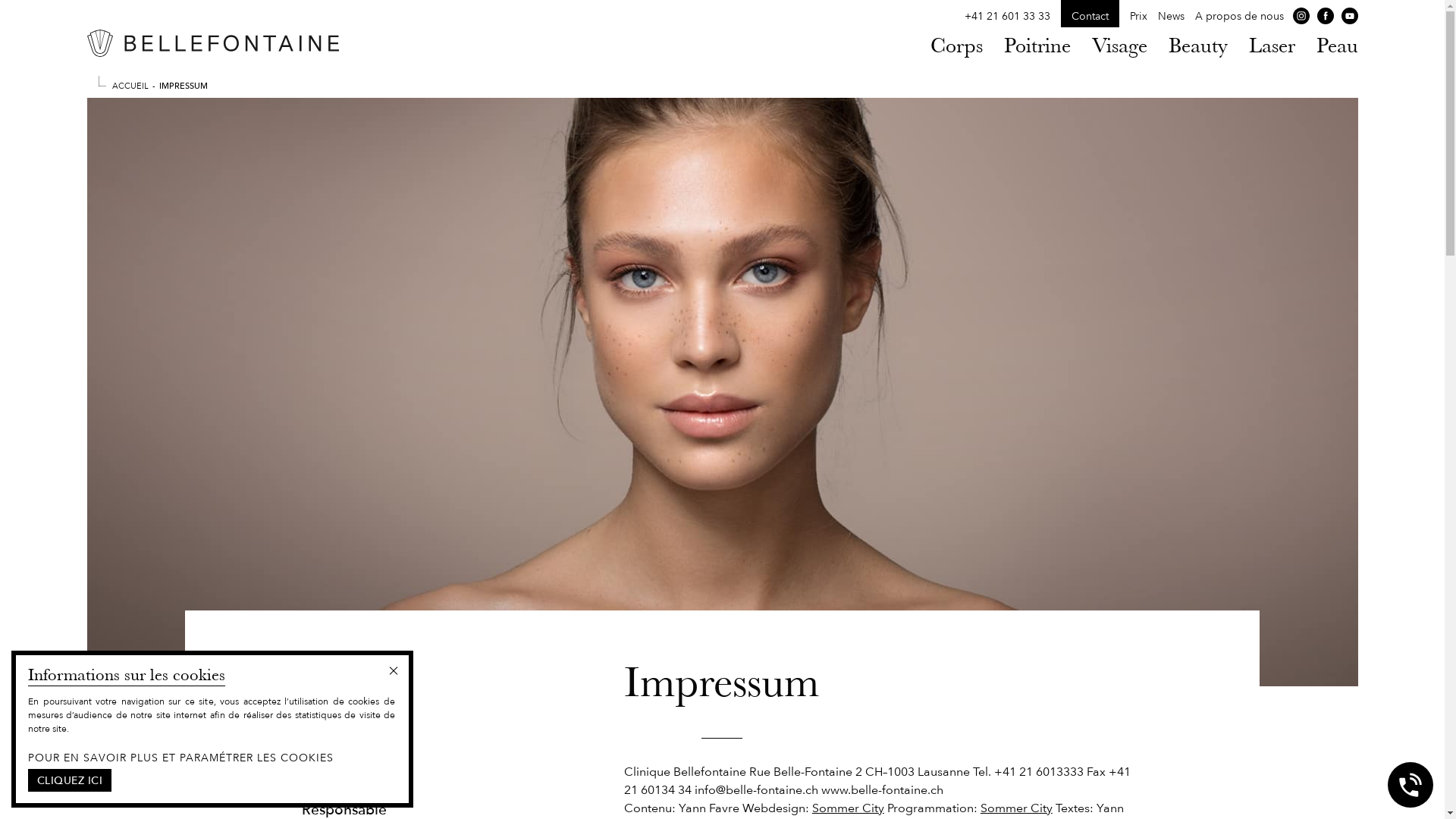 This screenshot has height=819, width=1456. What do you see at coordinates (1239, 16) in the screenshot?
I see `'A propos de nous'` at bounding box center [1239, 16].